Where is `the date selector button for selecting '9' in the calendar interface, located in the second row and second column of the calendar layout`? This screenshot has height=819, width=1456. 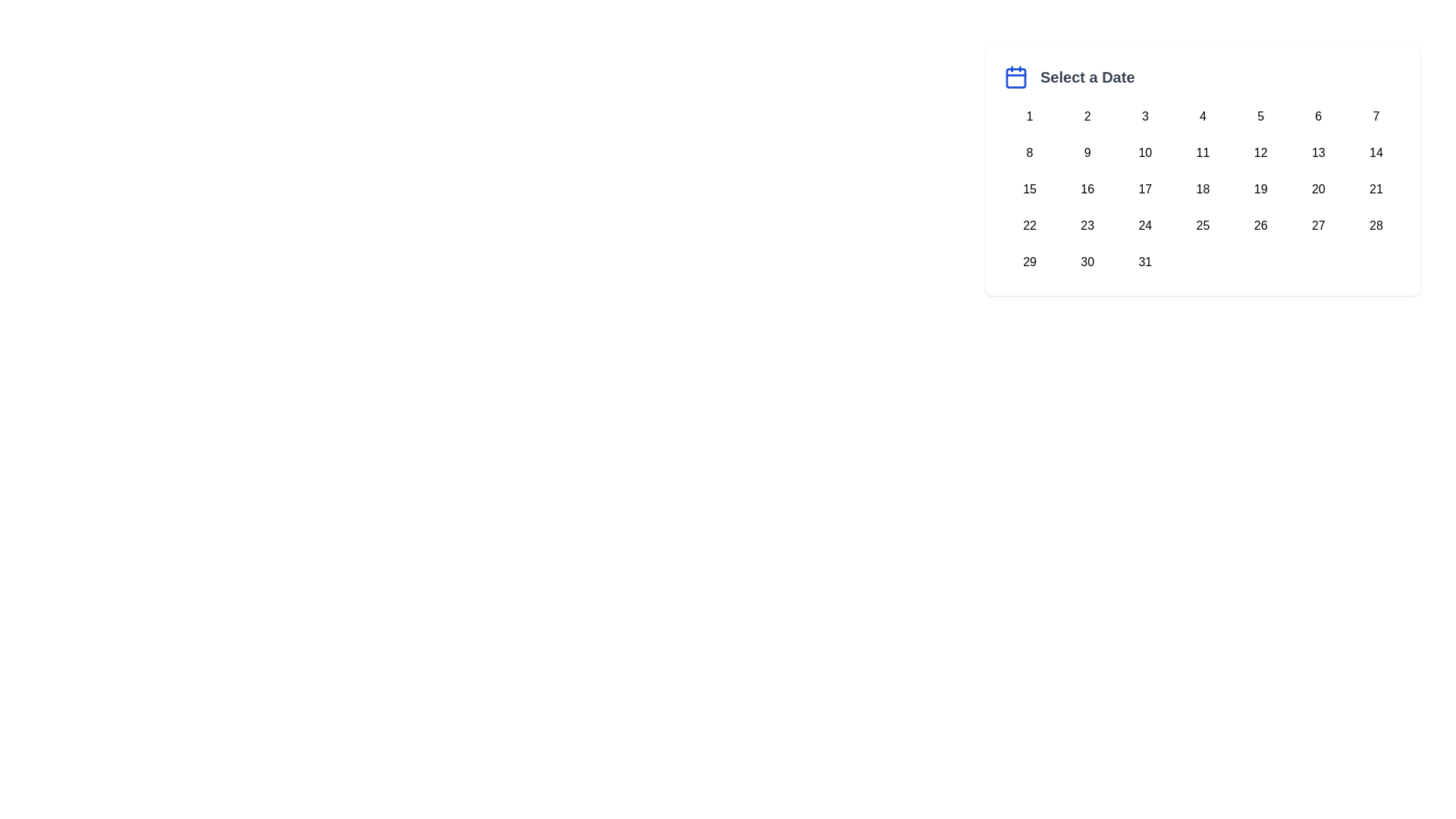 the date selector button for selecting '9' in the calendar interface, located in the second row and second column of the calendar layout is located at coordinates (1087, 152).